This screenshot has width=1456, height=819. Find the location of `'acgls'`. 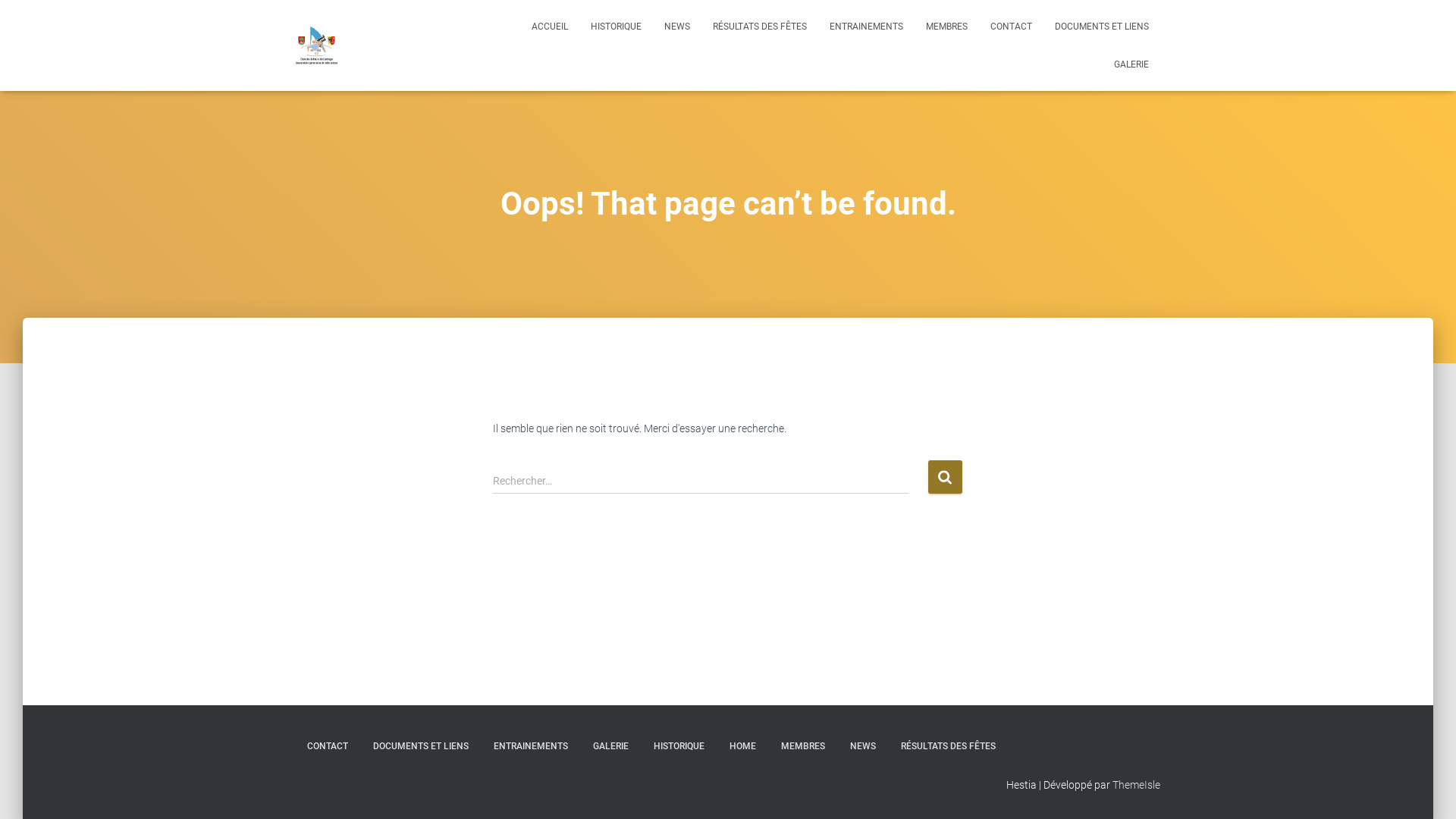

'acgls' is located at coordinates (315, 45).